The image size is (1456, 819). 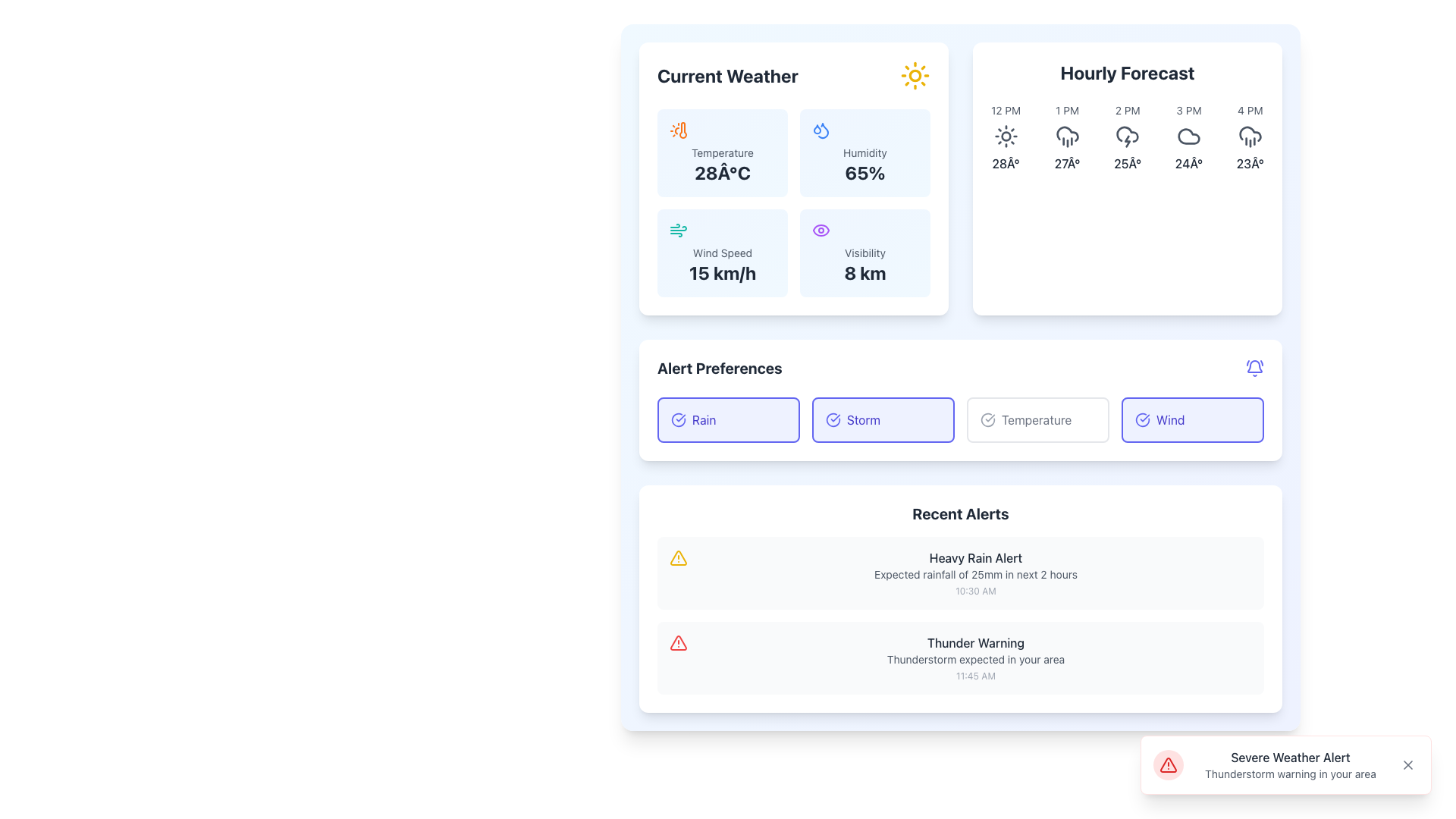 What do you see at coordinates (1188, 136) in the screenshot?
I see `the weather icon representing the '3 PM' forecast in the hourly forecast section` at bounding box center [1188, 136].